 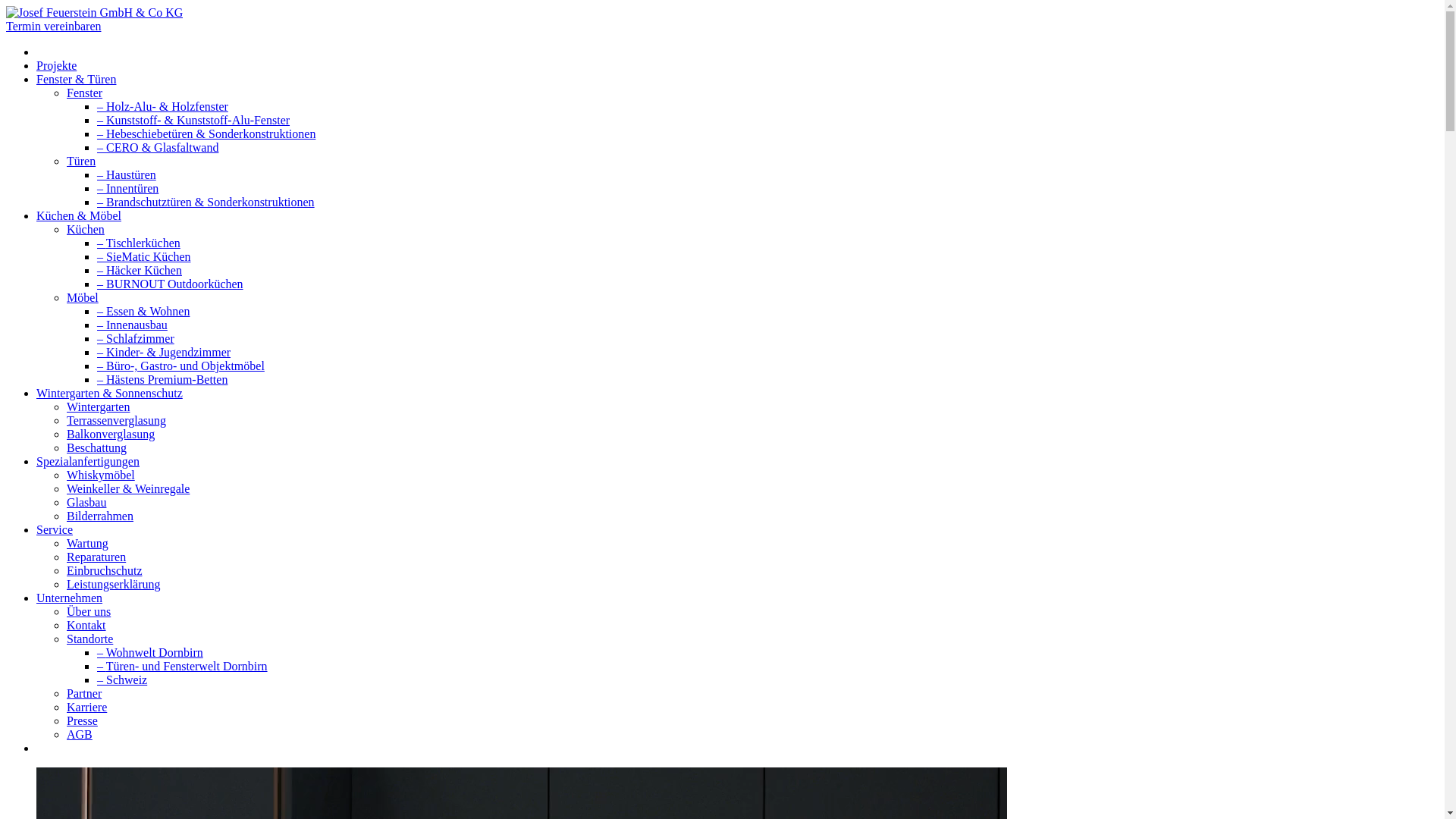 What do you see at coordinates (95, 557) in the screenshot?
I see `'Reparaturen'` at bounding box center [95, 557].